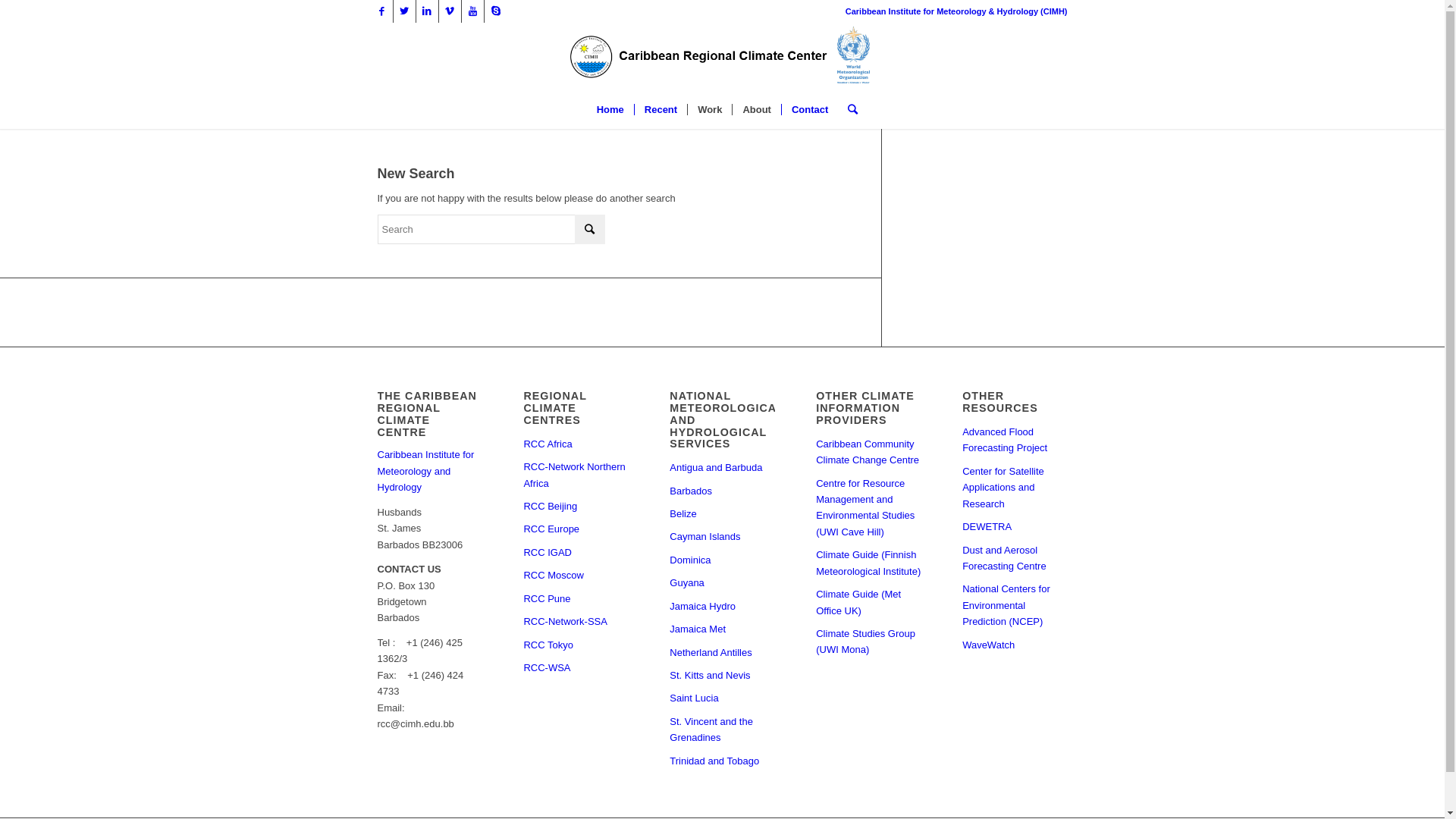  Describe the element at coordinates (574, 553) in the screenshot. I see `'RCC IGAD'` at that location.